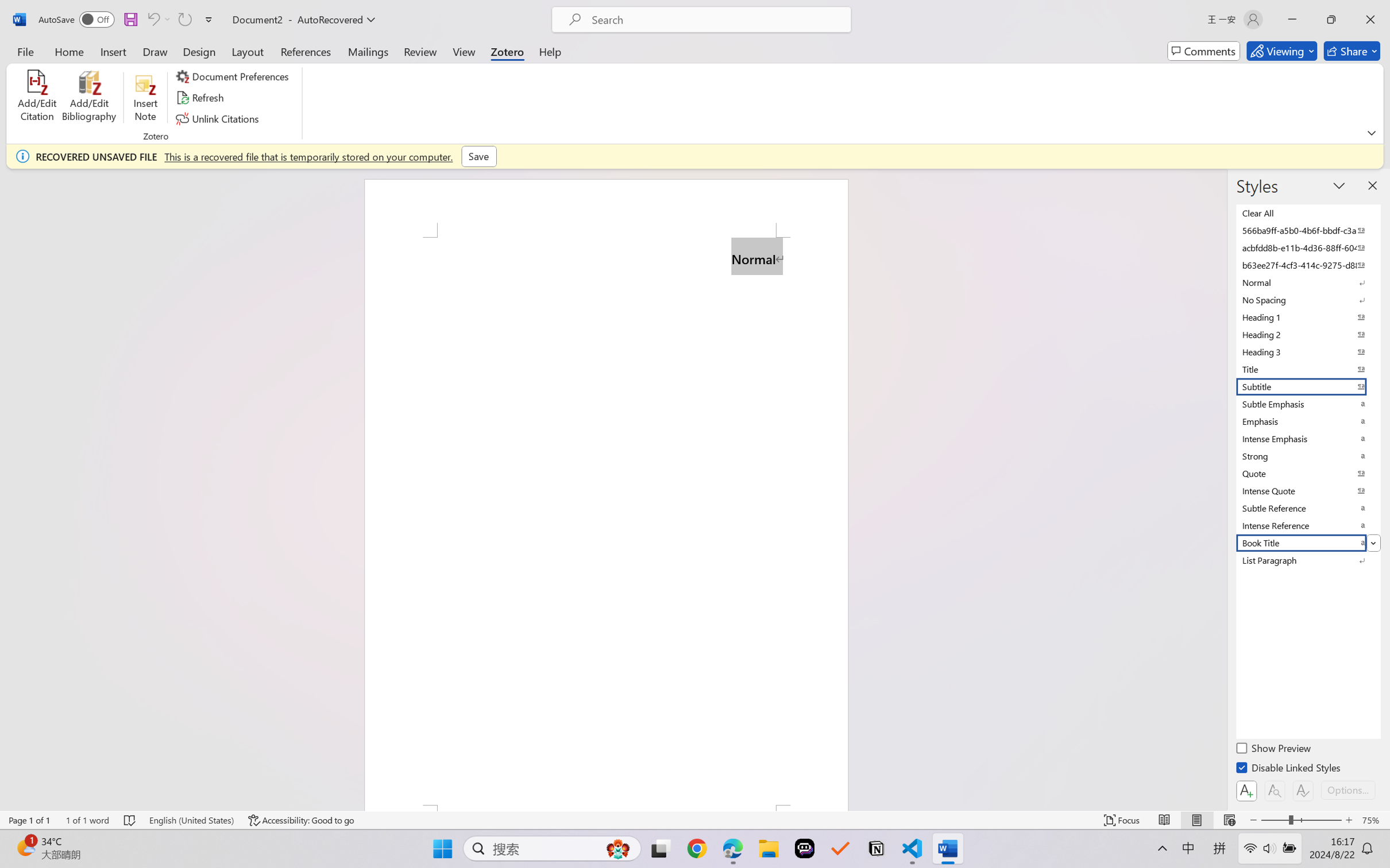  I want to click on 'Strong', so click(1307, 456).